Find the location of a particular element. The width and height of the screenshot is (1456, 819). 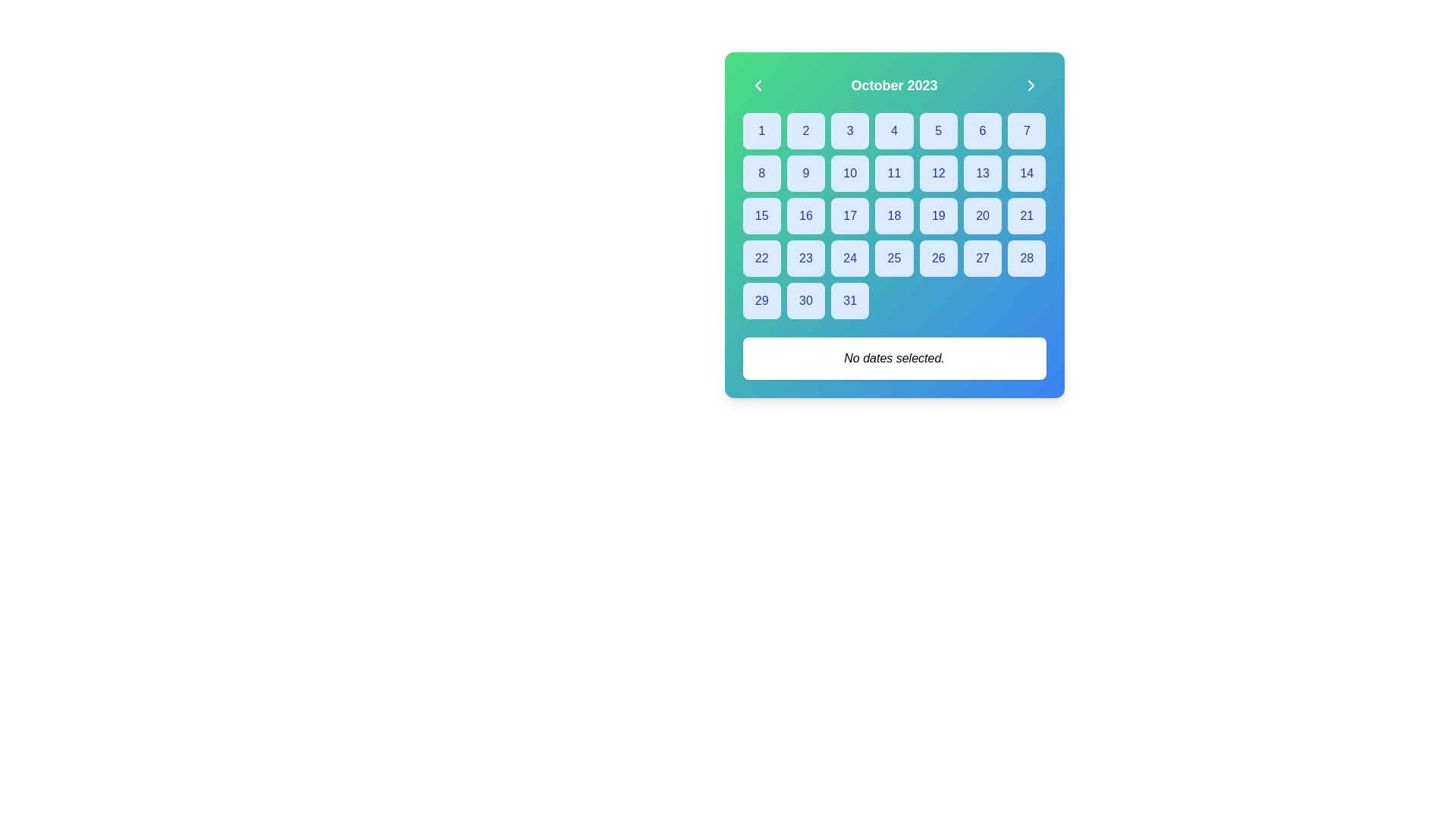

the button representing the 19th day of the month in the calendar interface is located at coordinates (937, 216).